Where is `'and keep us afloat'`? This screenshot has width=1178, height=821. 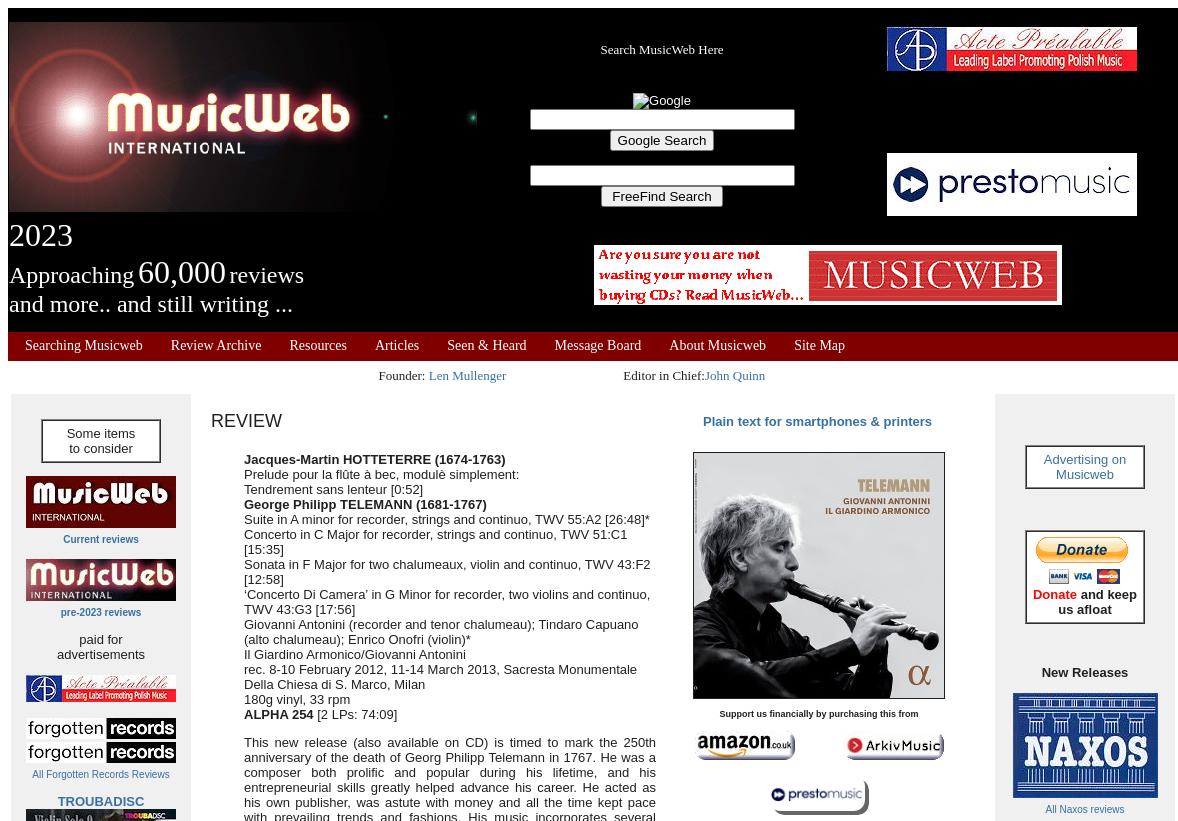 'and keep us afloat' is located at coordinates (1097, 600).